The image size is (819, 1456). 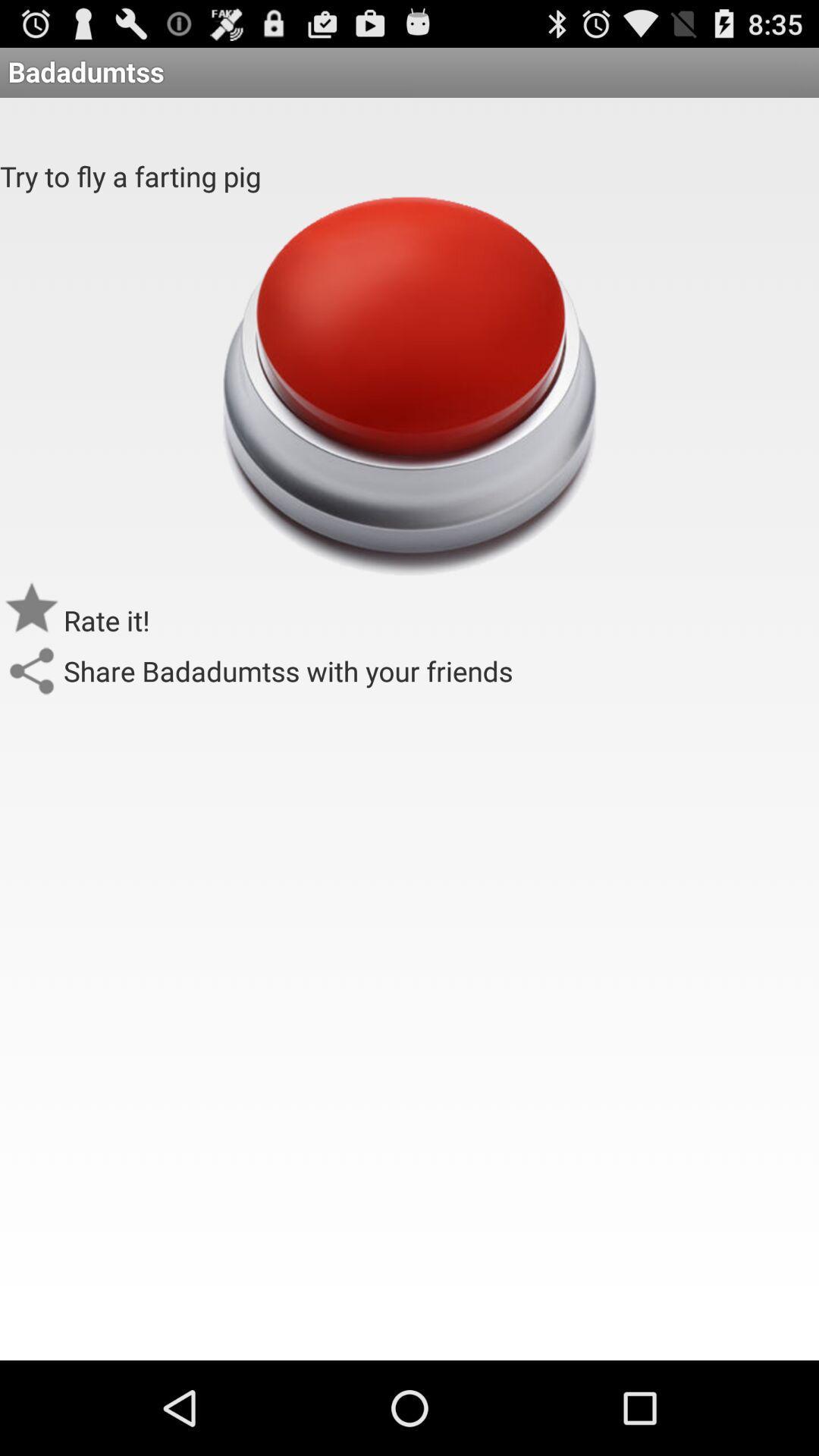 What do you see at coordinates (130, 176) in the screenshot?
I see `app at the top left corner` at bounding box center [130, 176].